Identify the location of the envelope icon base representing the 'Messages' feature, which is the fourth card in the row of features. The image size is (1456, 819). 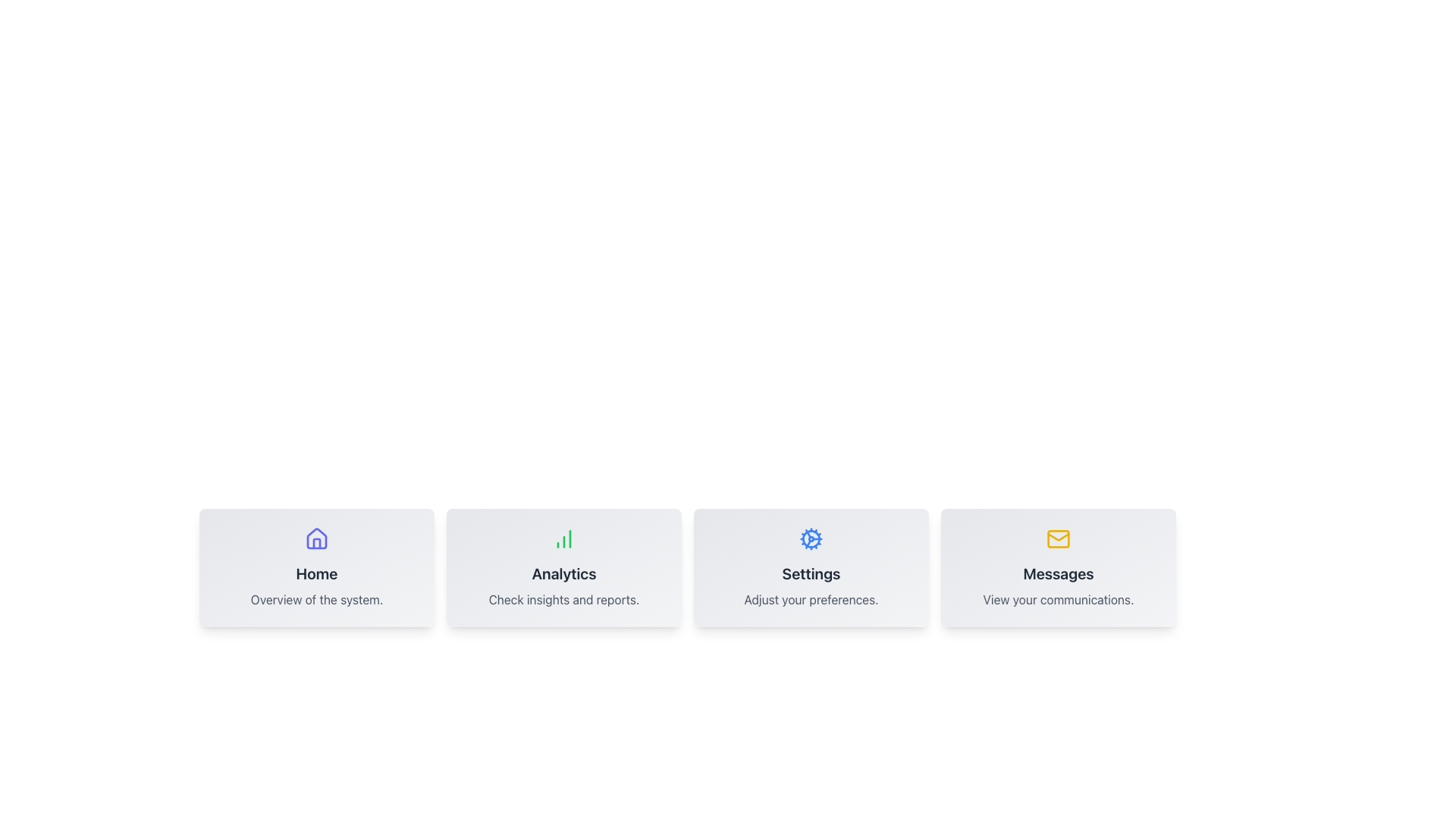
(1058, 538).